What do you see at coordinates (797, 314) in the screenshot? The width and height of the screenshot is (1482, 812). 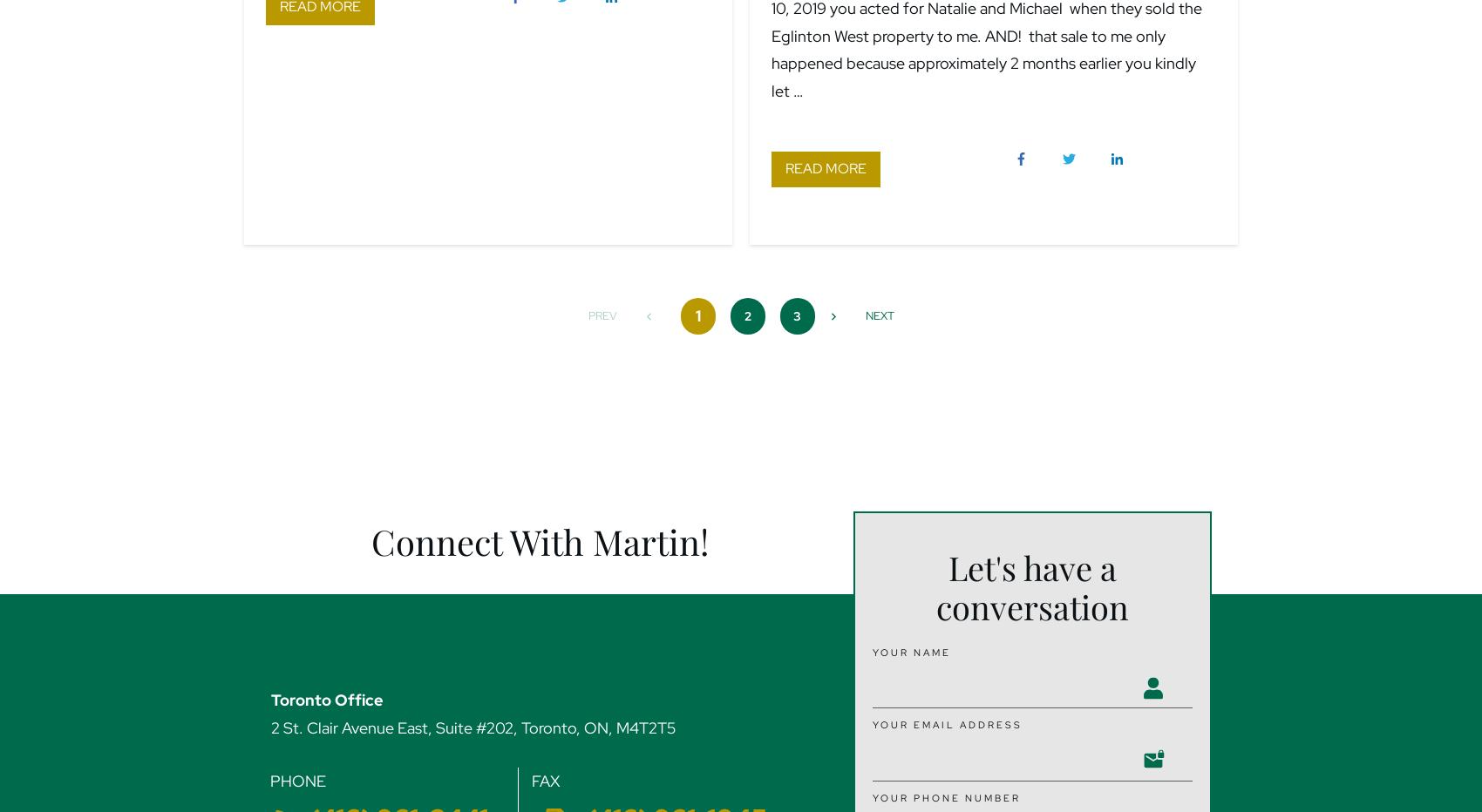 I see `'3'` at bounding box center [797, 314].